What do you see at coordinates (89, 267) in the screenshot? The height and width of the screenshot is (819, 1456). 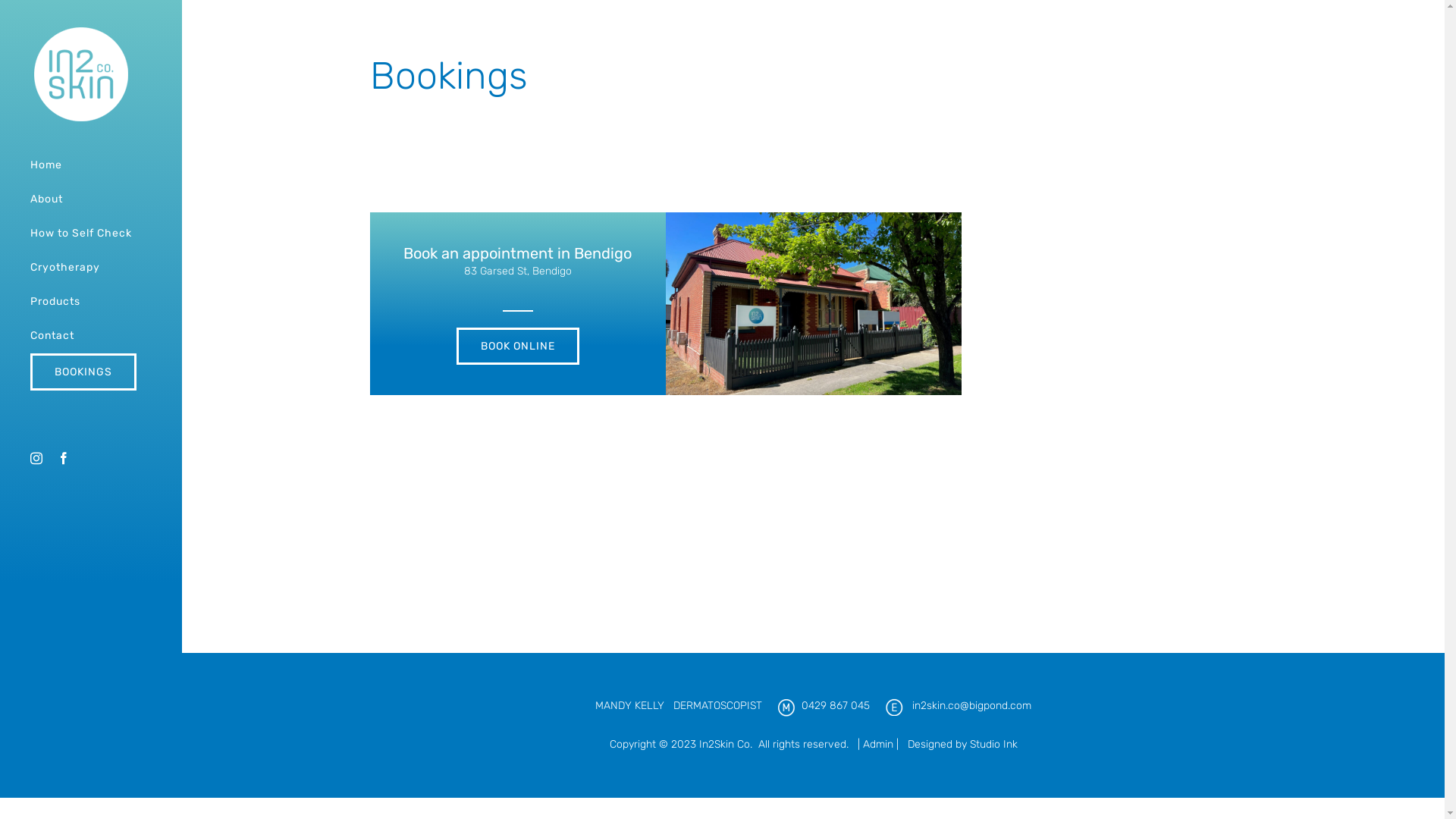 I see `'Cryotherapy'` at bounding box center [89, 267].